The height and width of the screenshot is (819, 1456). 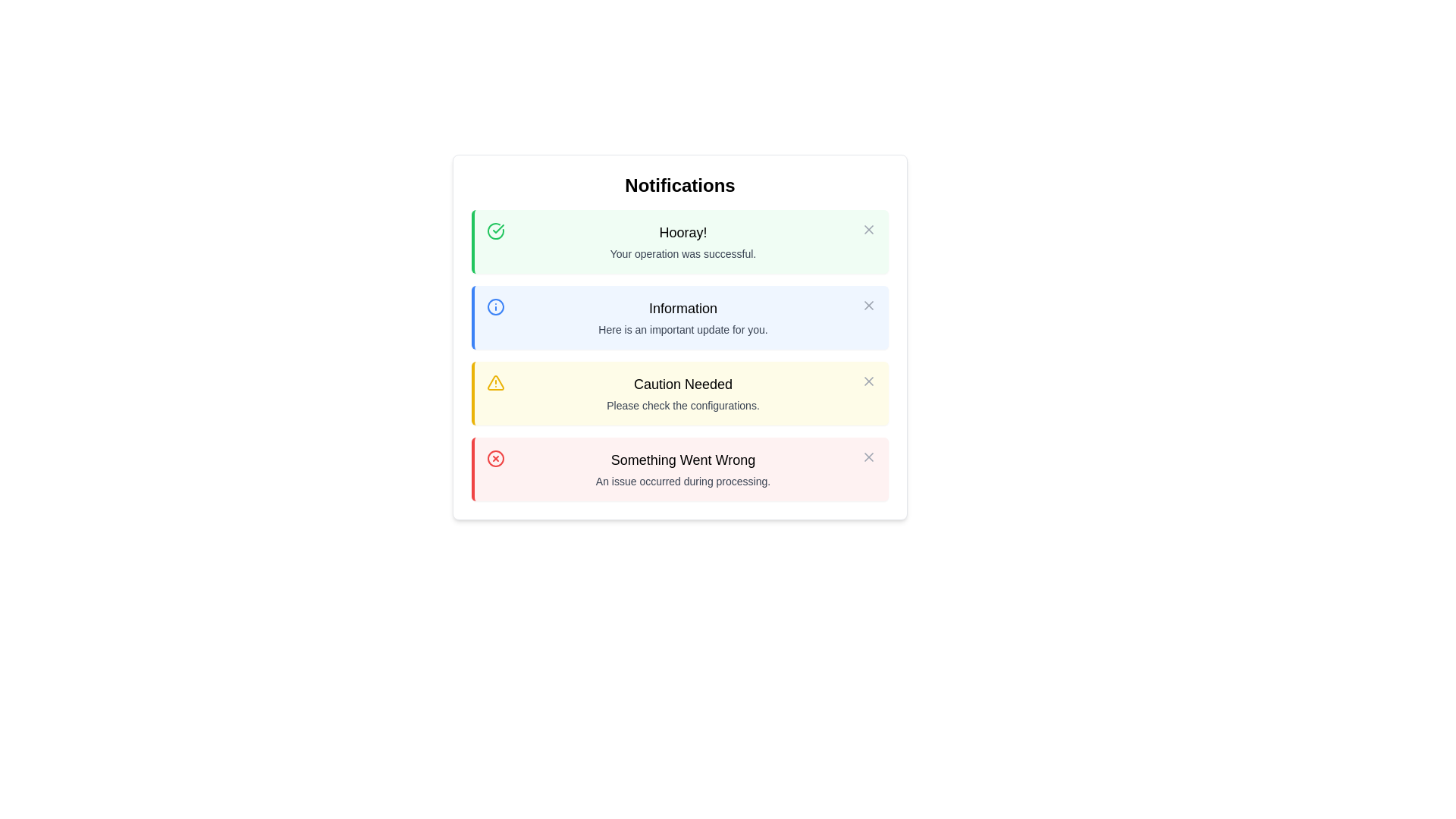 I want to click on warning message from the Notification box, which is the third notification in the vertical list, situated between 'Information' and 'Something Went Wrong', so click(x=682, y=393).